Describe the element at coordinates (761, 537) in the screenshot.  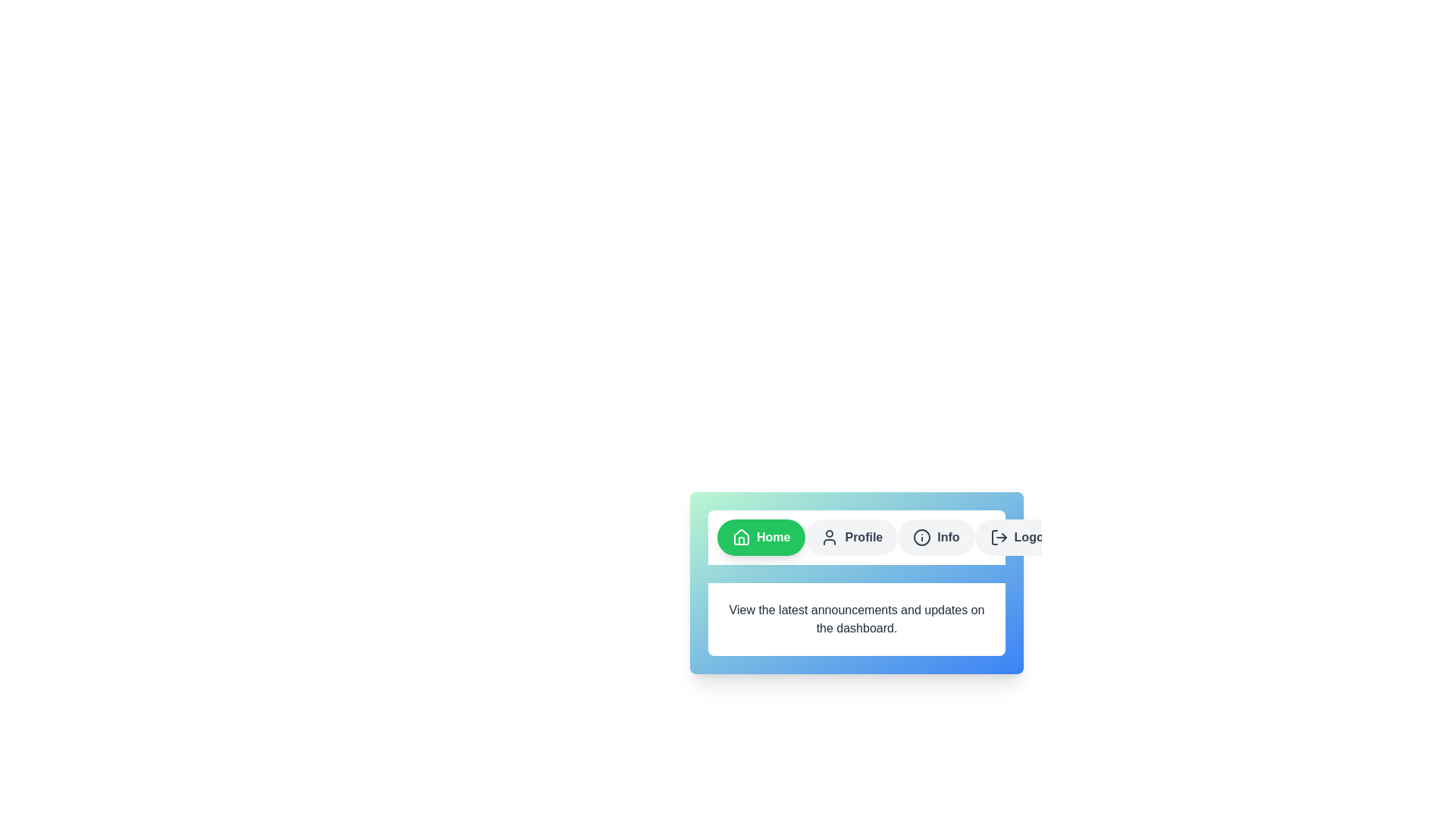
I see `the green 'Home' button with a house icon on the left, located at the far-left of the navigation bar` at that location.